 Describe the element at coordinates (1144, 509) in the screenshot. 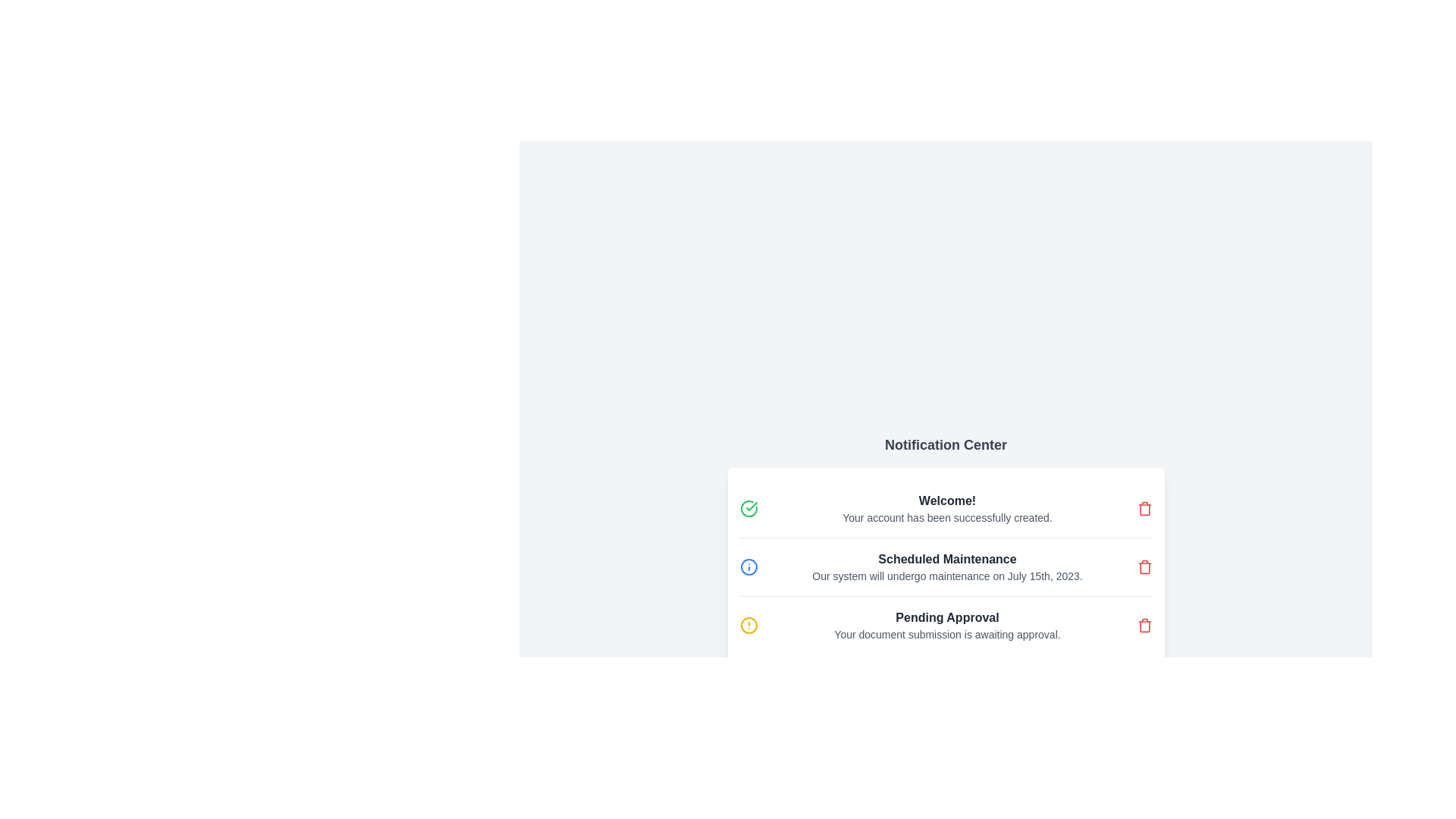

I see `the delete button located at the far right of the first notification card, adjacent to the text 'Welcome! Your account has been successfully created.'` at that location.